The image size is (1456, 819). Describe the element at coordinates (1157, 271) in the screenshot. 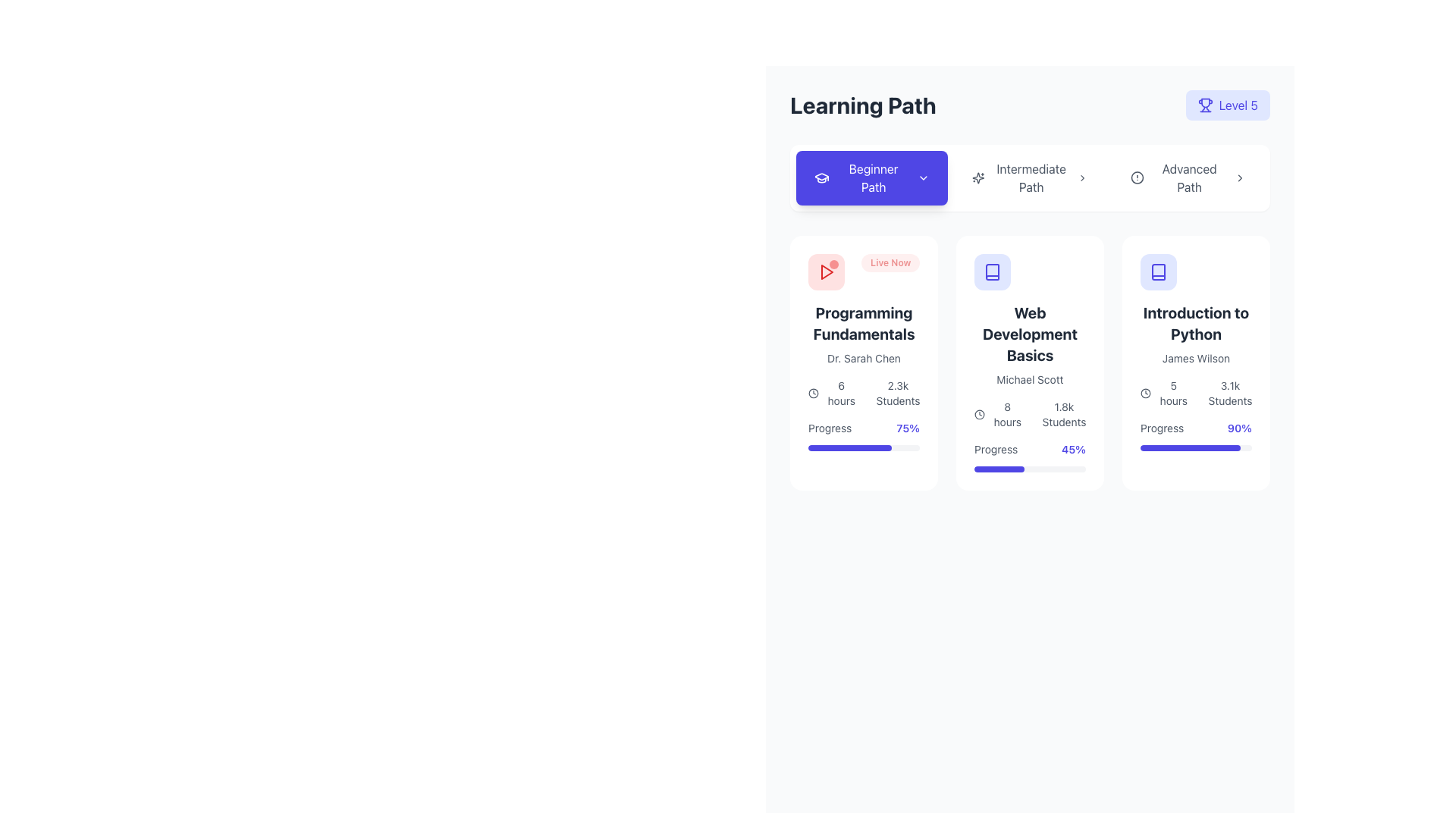

I see `the square icon with rounded edges featuring a book-like symbol on a light indigo background, located at the top-right corner of the 'Introduction to Python' card` at that location.